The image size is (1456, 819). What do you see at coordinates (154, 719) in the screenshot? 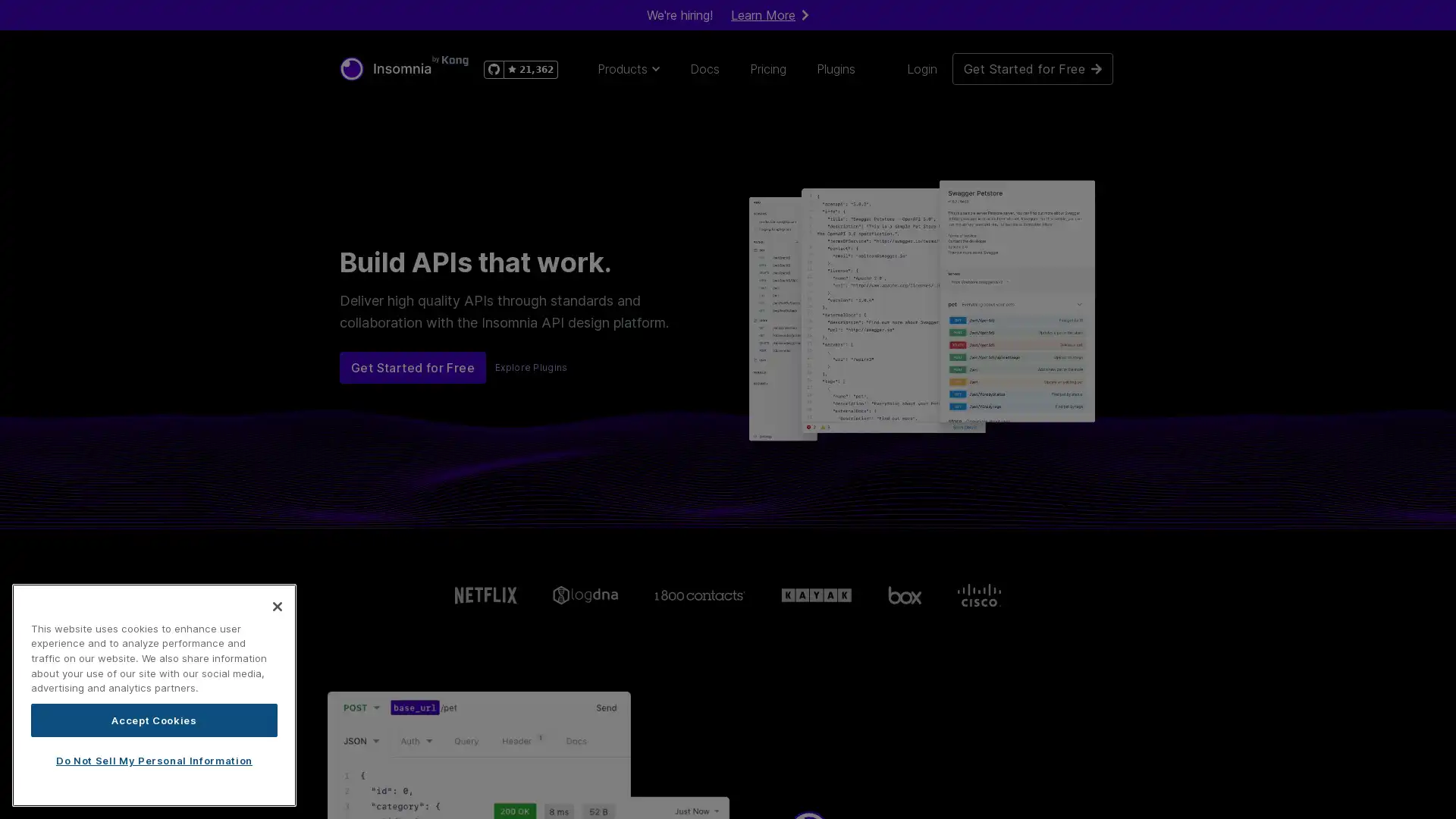
I see `Accept Cookies` at bounding box center [154, 719].